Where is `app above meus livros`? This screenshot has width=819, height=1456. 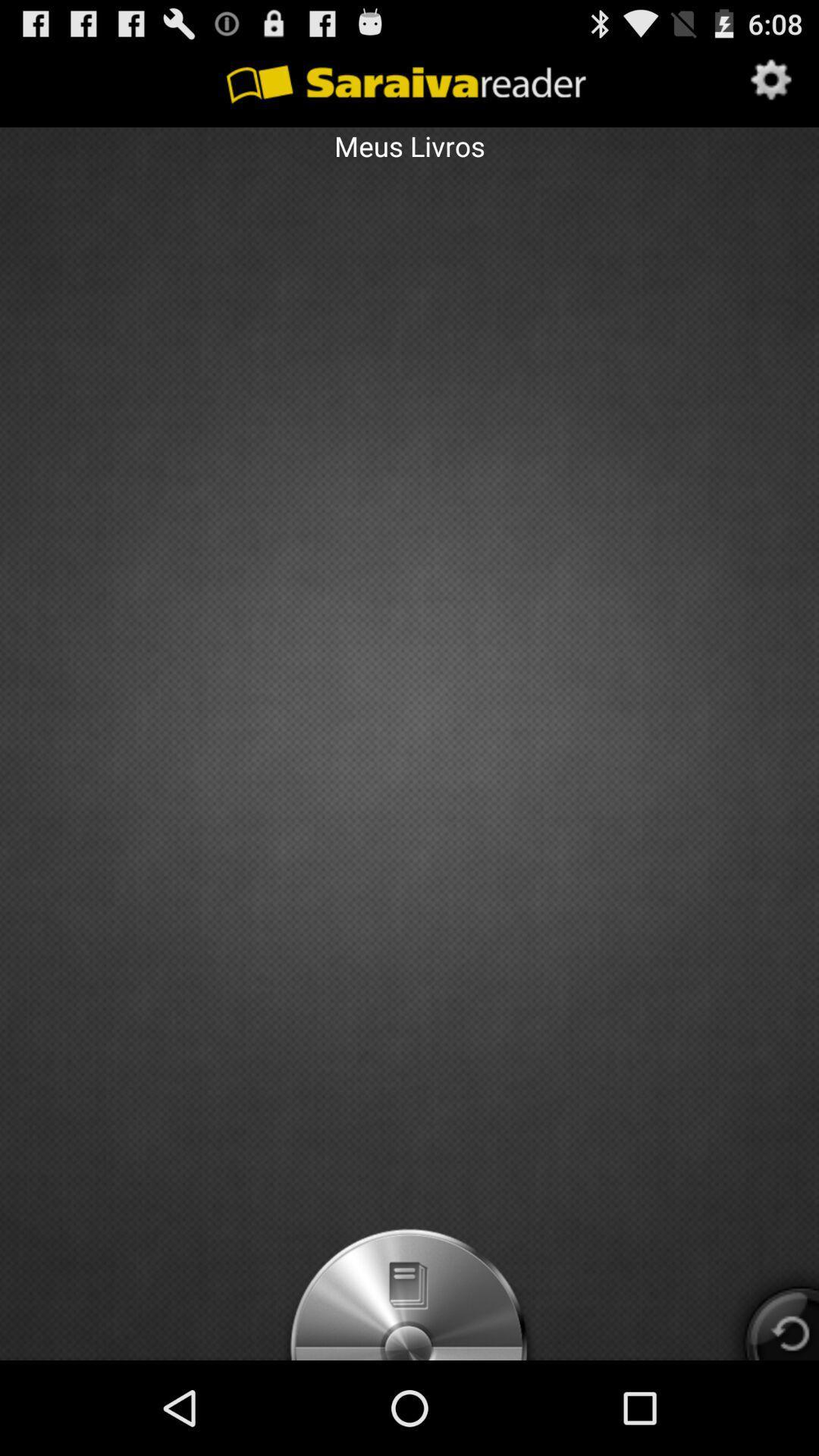 app above meus livros is located at coordinates (772, 80).